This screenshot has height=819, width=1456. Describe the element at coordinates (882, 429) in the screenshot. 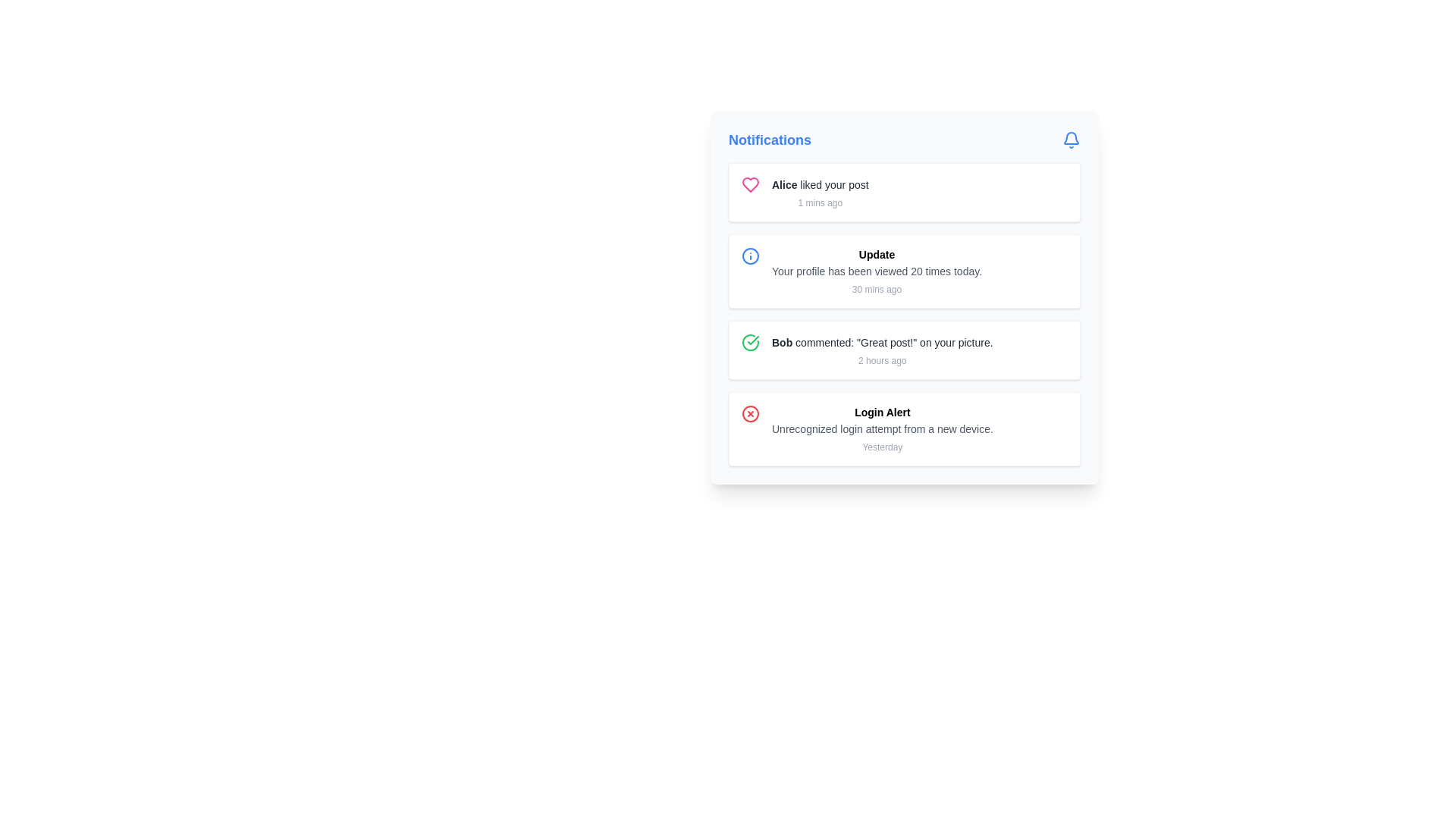

I see `the content of the Notification item titled 'Login Alert', which displays an alert about an unrecognized login attempt from a new device` at that location.